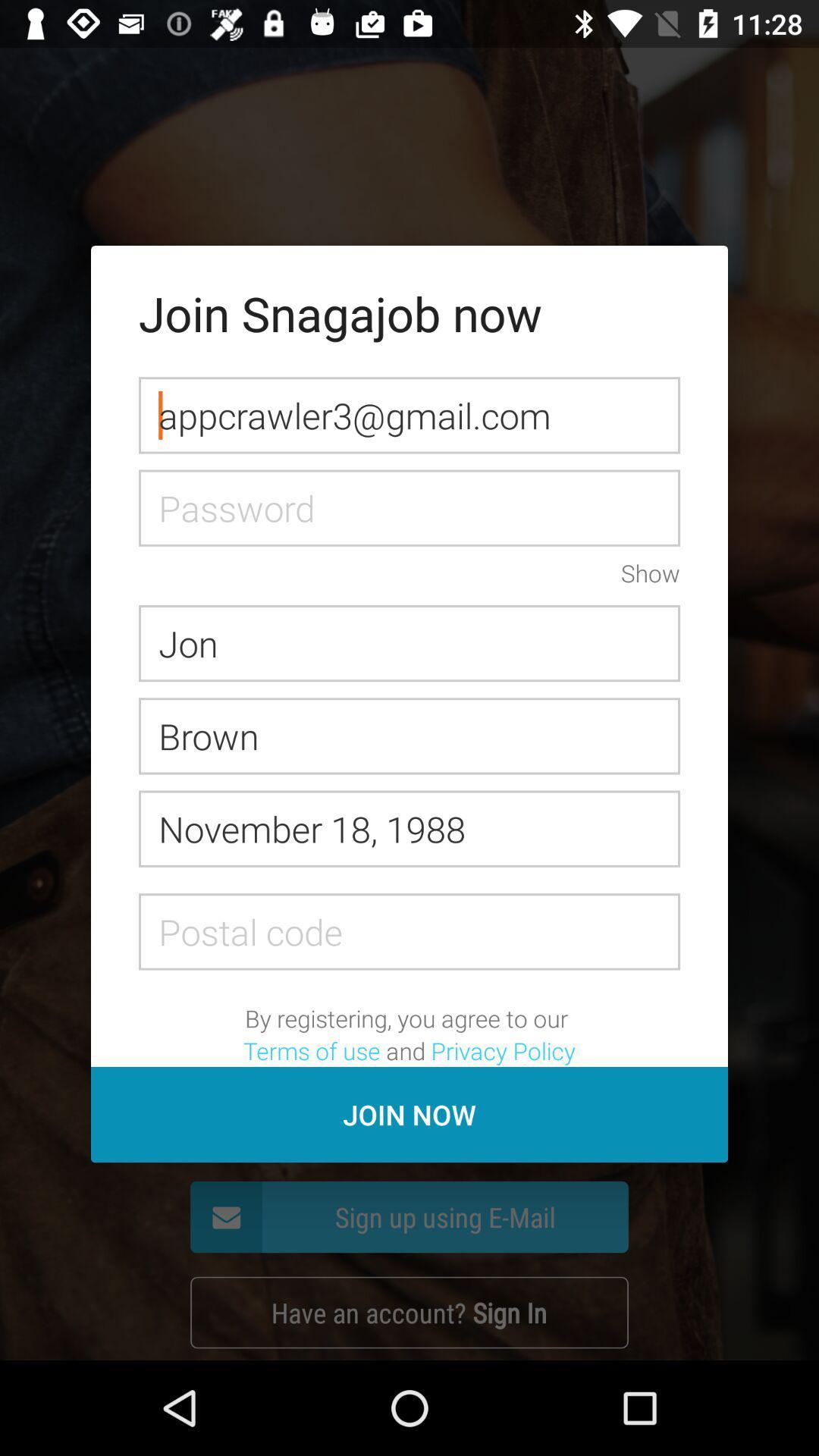 The height and width of the screenshot is (1456, 819). What do you see at coordinates (409, 508) in the screenshot?
I see `password` at bounding box center [409, 508].